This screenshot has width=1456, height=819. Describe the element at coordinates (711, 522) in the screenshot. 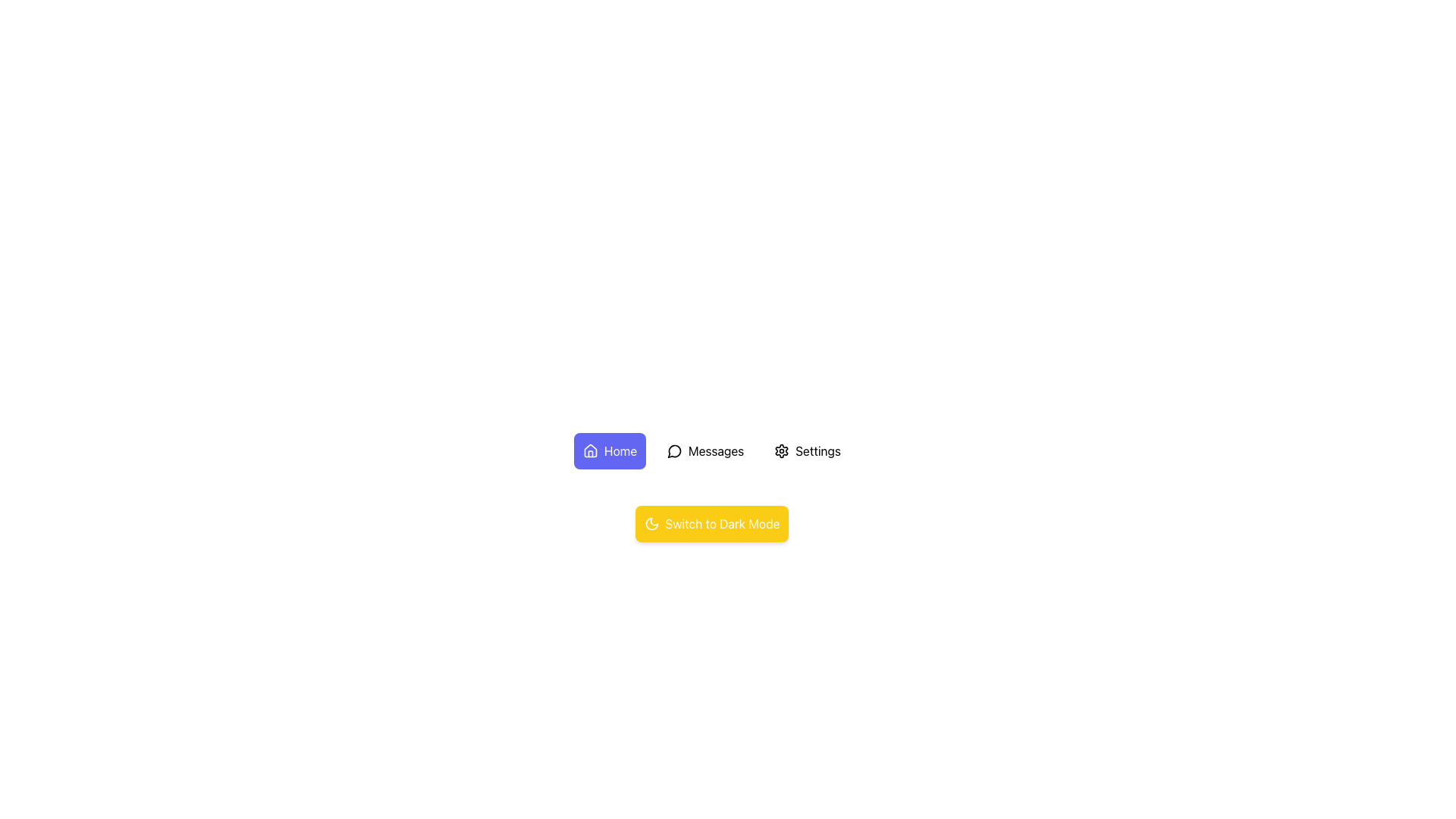

I see `the dark mode toggle button located below the 'Home', 'Messages', and 'Settings' buttons to observe visual feedback` at that location.